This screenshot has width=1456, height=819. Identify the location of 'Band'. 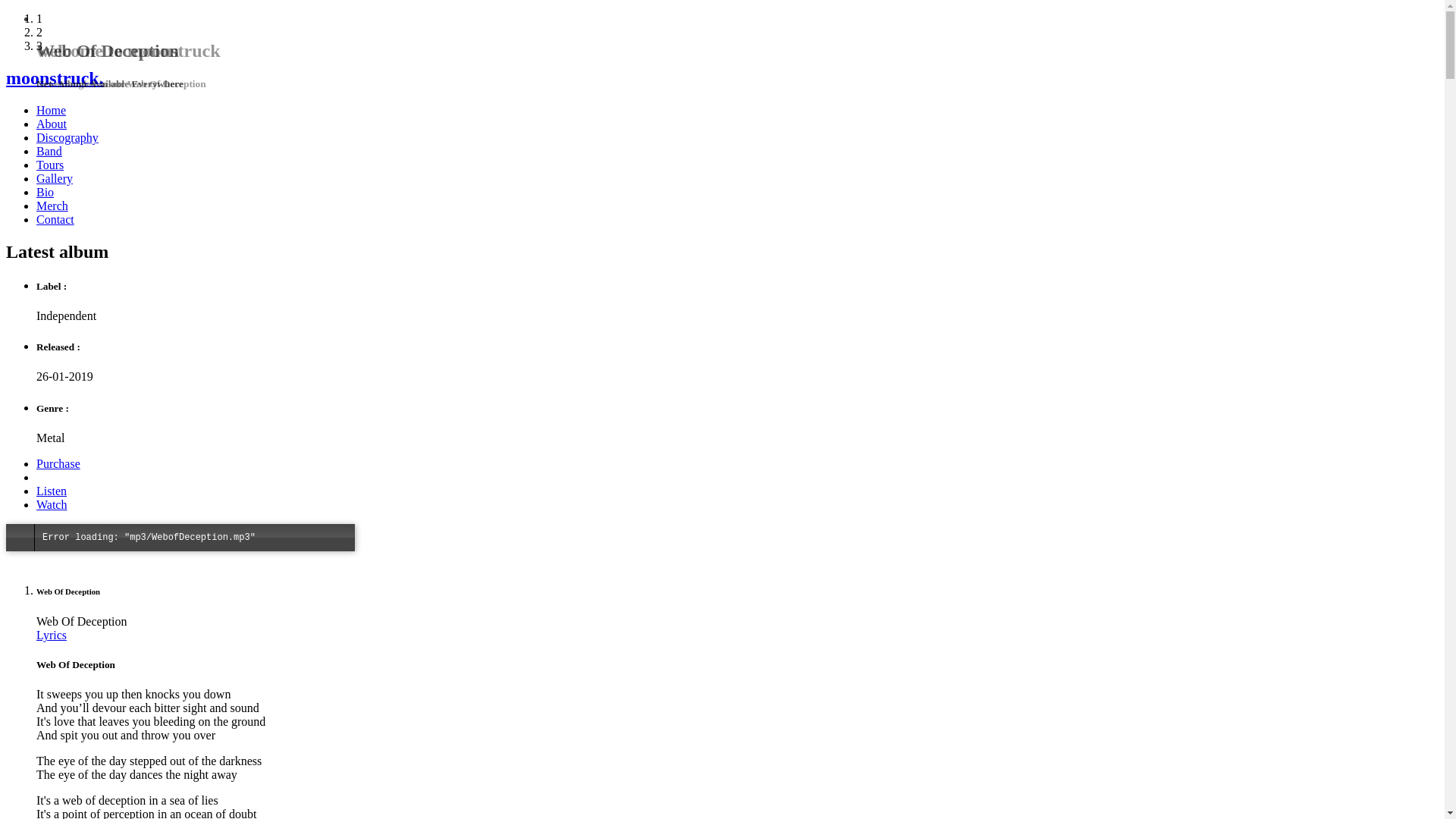
(49, 151).